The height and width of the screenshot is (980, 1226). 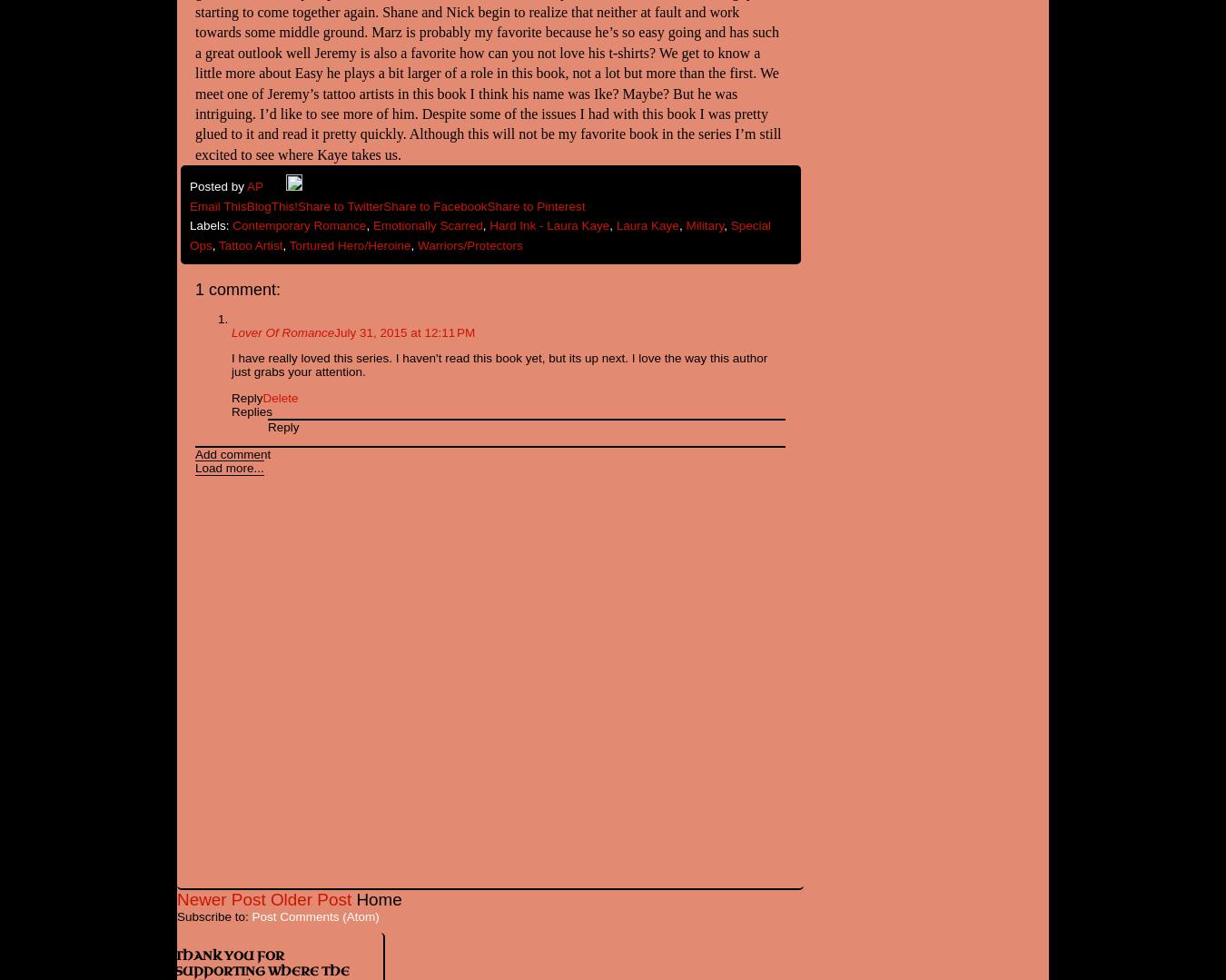 What do you see at coordinates (350, 244) in the screenshot?
I see `'Tortured Hero/Heroine'` at bounding box center [350, 244].